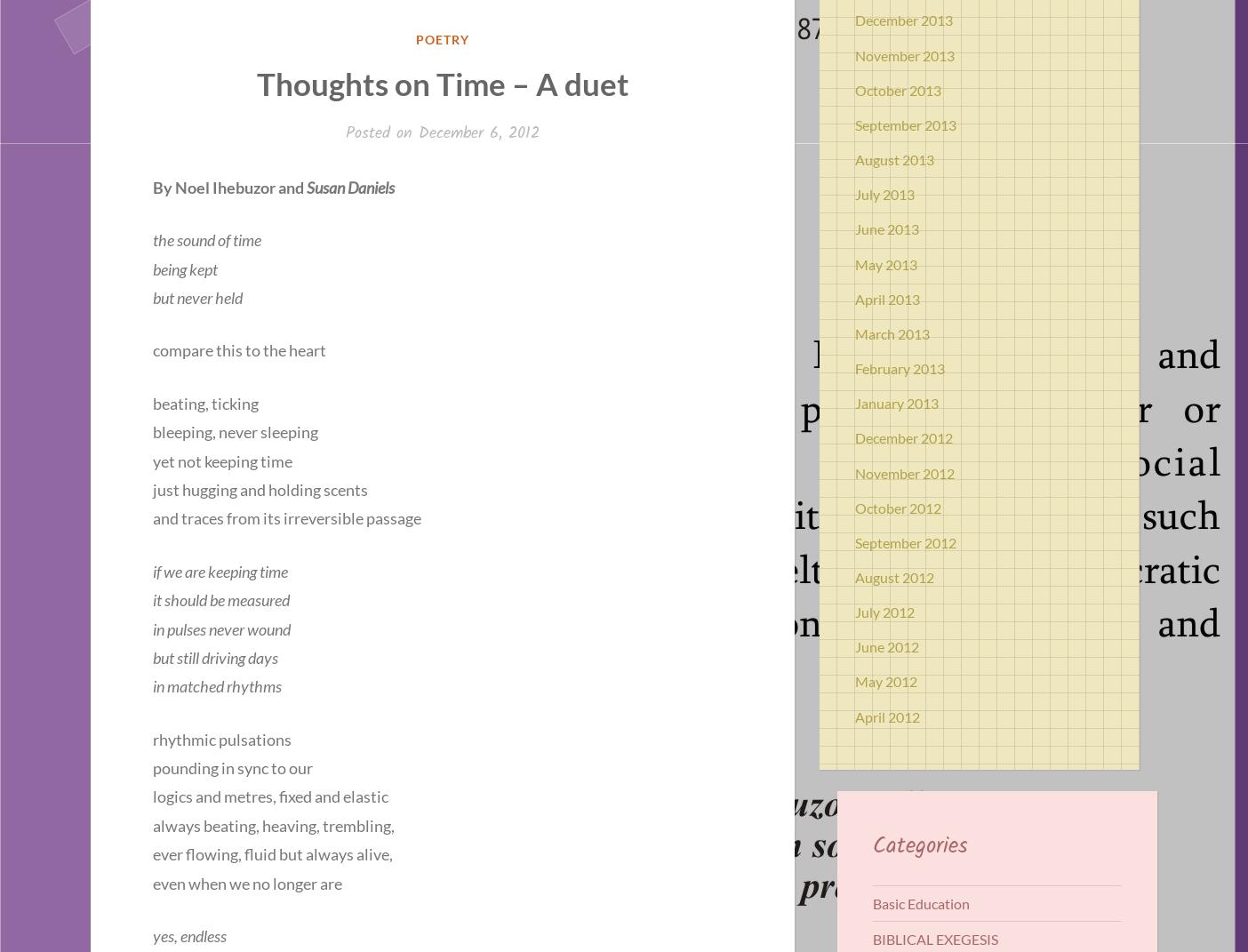 The height and width of the screenshot is (952, 1248). What do you see at coordinates (900, 368) in the screenshot?
I see `'February 2013'` at bounding box center [900, 368].